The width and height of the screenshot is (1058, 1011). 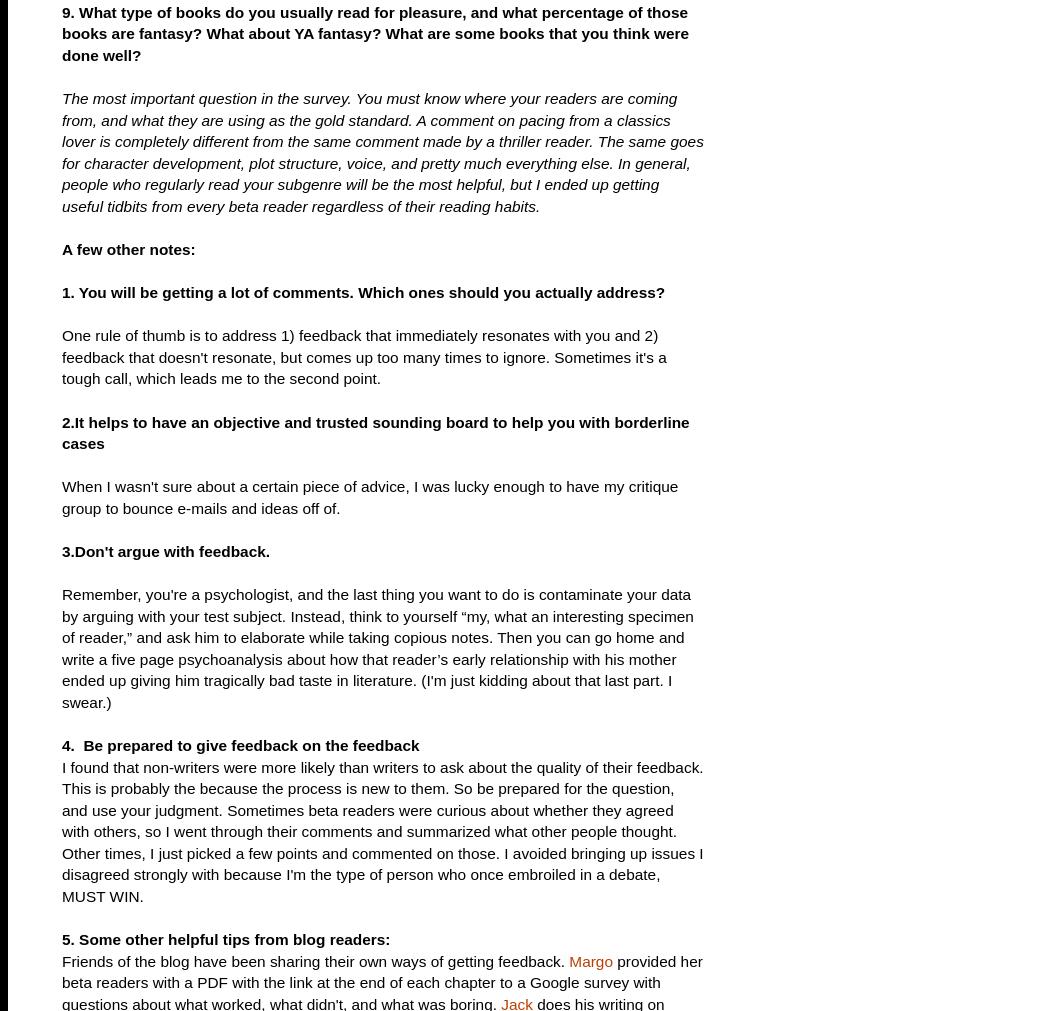 I want to click on 'When I wasn't sure about a certain piece of advice, I was lucky enough to have my critique group to bounce e-mails and ideas off of.', so click(x=369, y=496).